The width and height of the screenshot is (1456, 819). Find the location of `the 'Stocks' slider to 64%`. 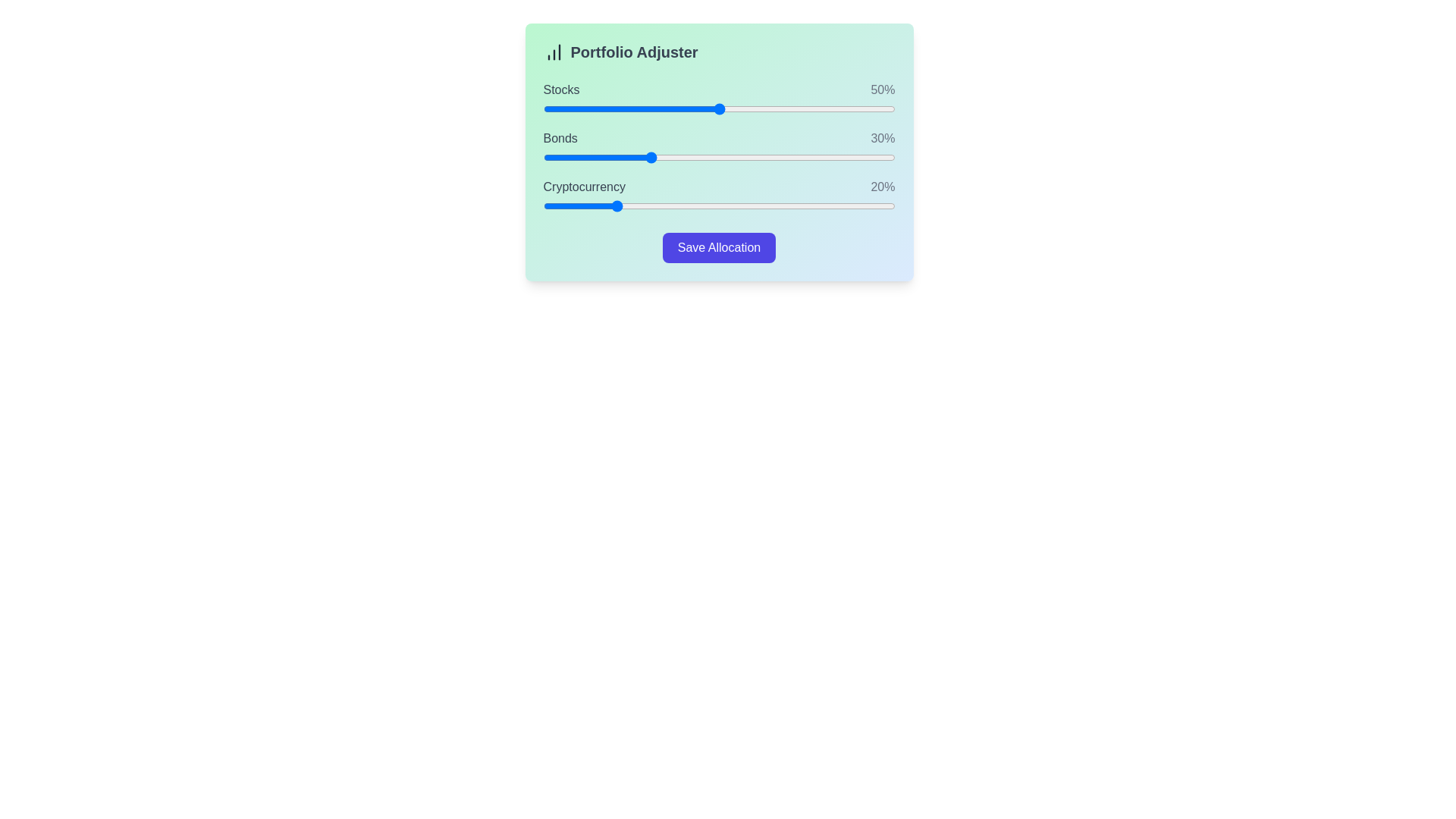

the 'Stocks' slider to 64% is located at coordinates (768, 108).